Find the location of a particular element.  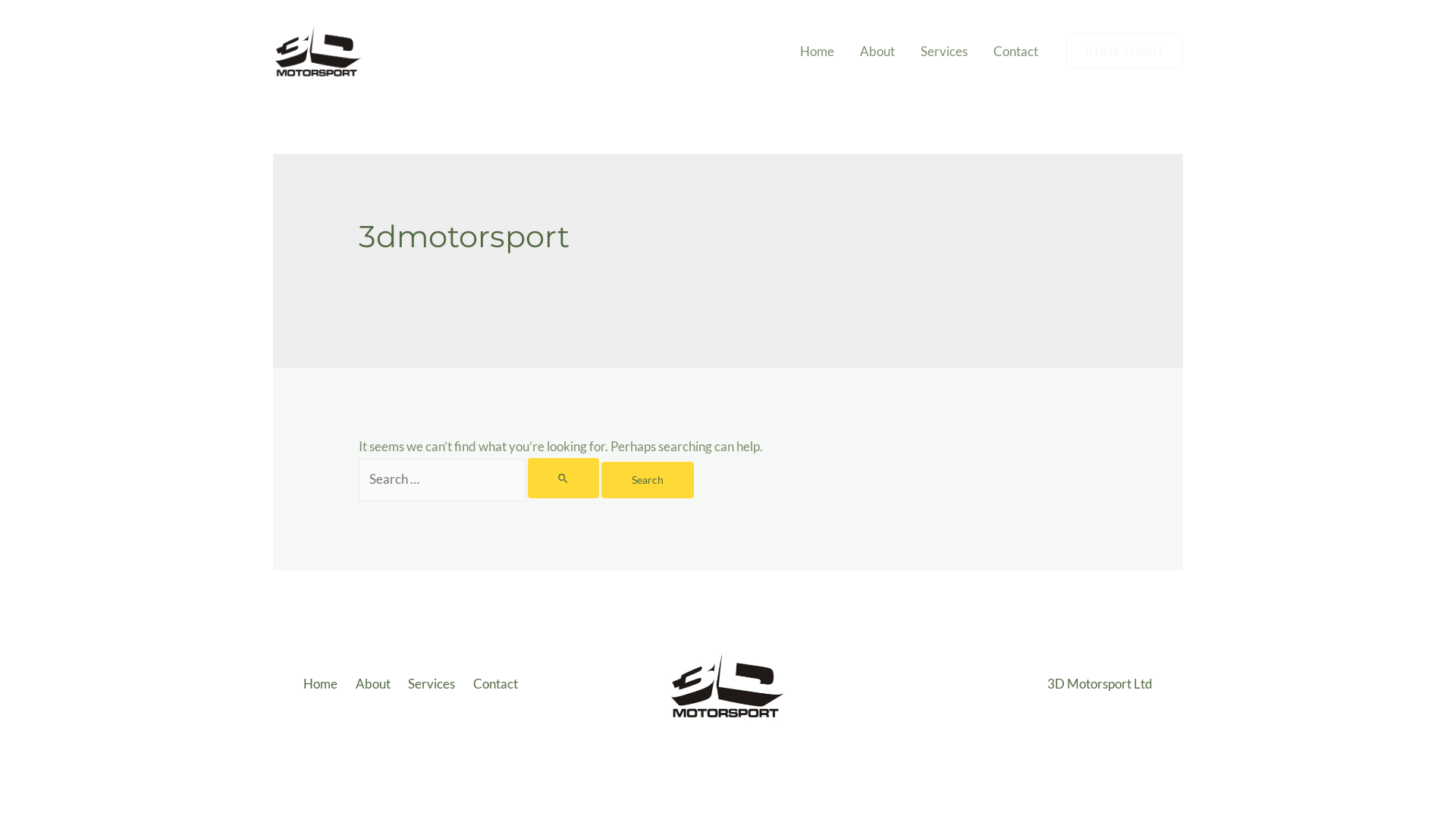

'About' is located at coordinates (877, 51).